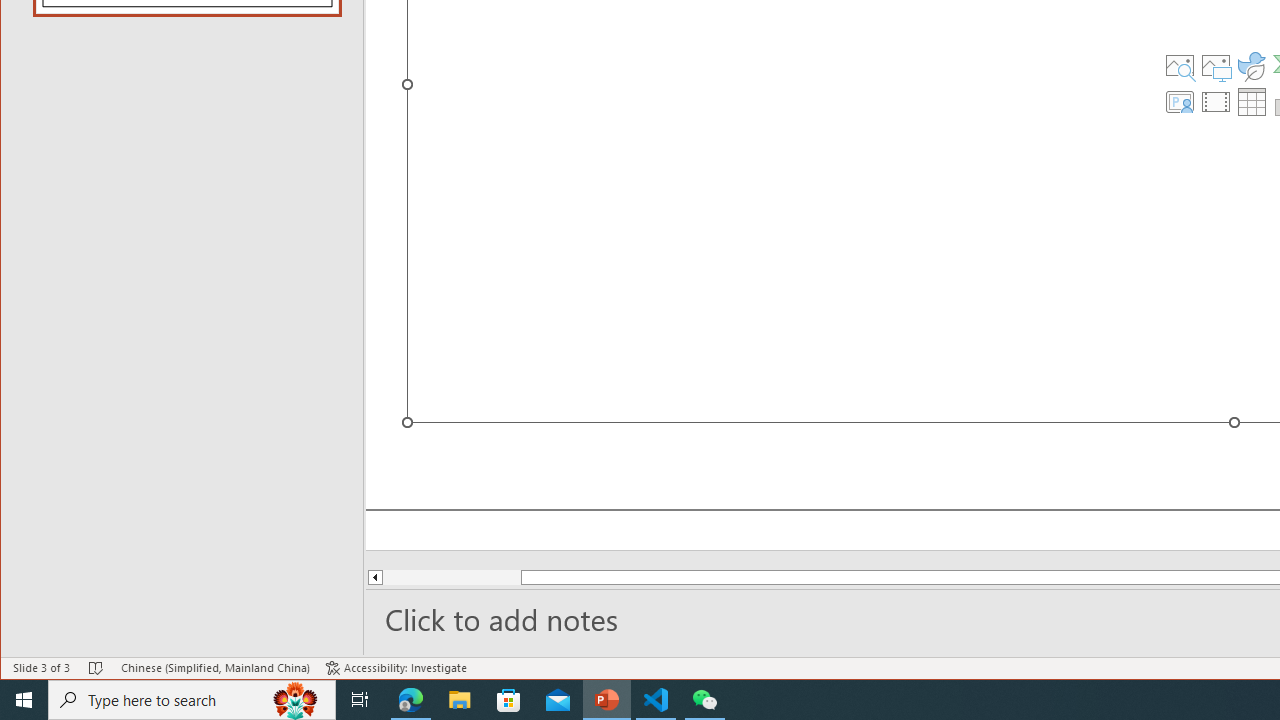  I want to click on 'Insert an Icon', so click(1251, 64).